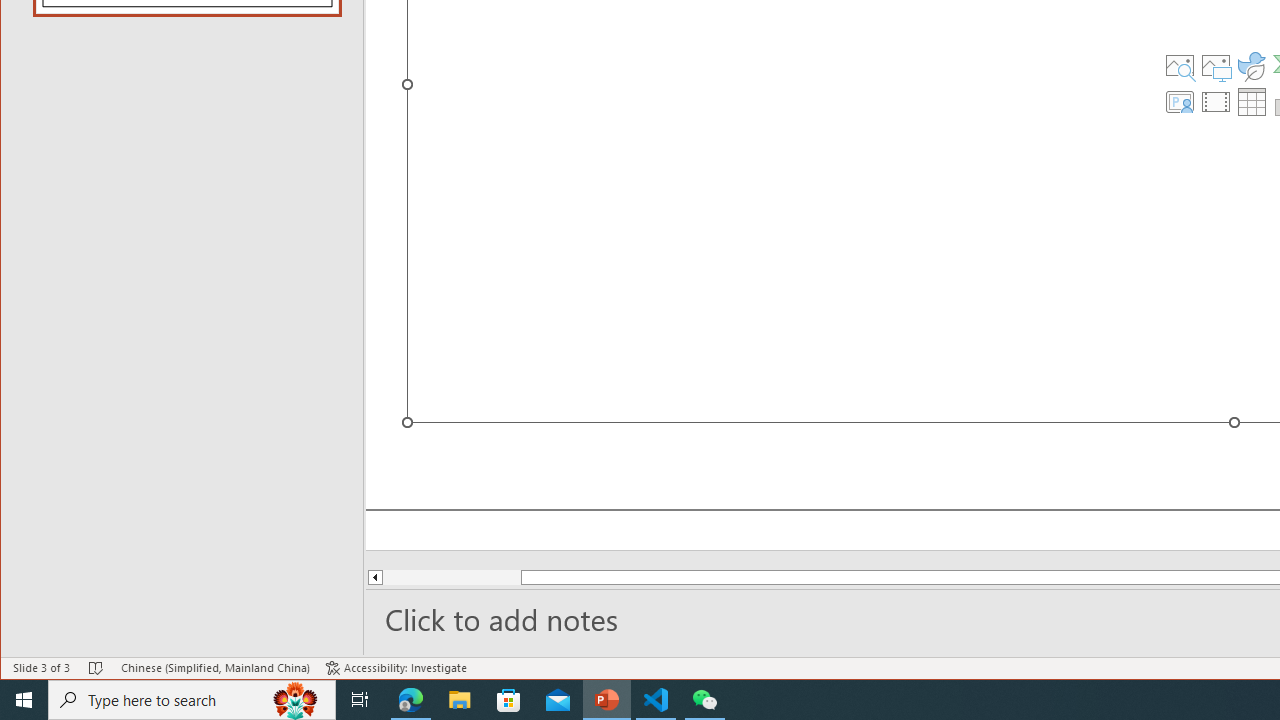  I want to click on 'Insert an Icon', so click(1251, 64).